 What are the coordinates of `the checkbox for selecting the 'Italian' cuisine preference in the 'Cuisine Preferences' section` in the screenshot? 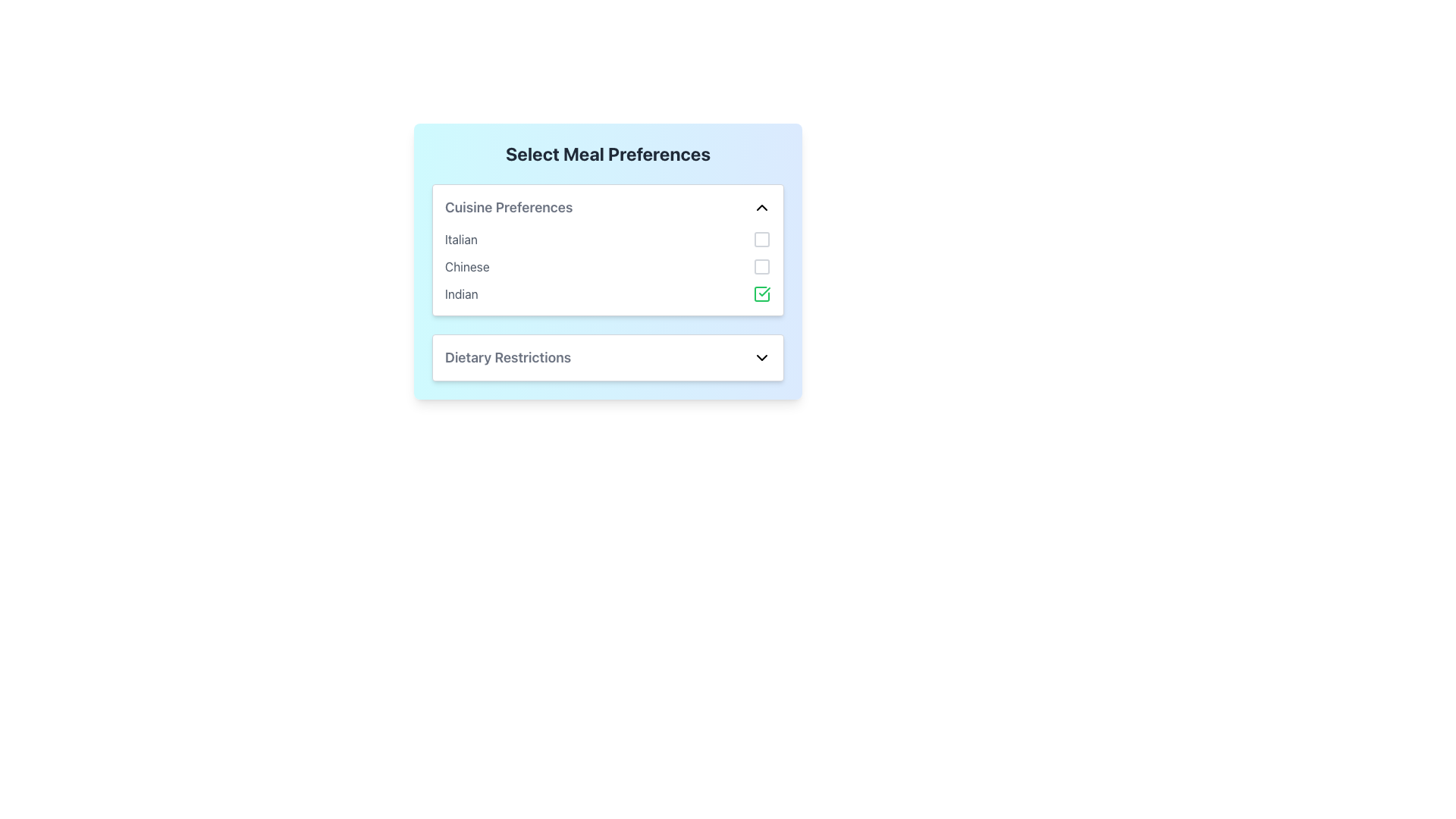 It's located at (761, 239).